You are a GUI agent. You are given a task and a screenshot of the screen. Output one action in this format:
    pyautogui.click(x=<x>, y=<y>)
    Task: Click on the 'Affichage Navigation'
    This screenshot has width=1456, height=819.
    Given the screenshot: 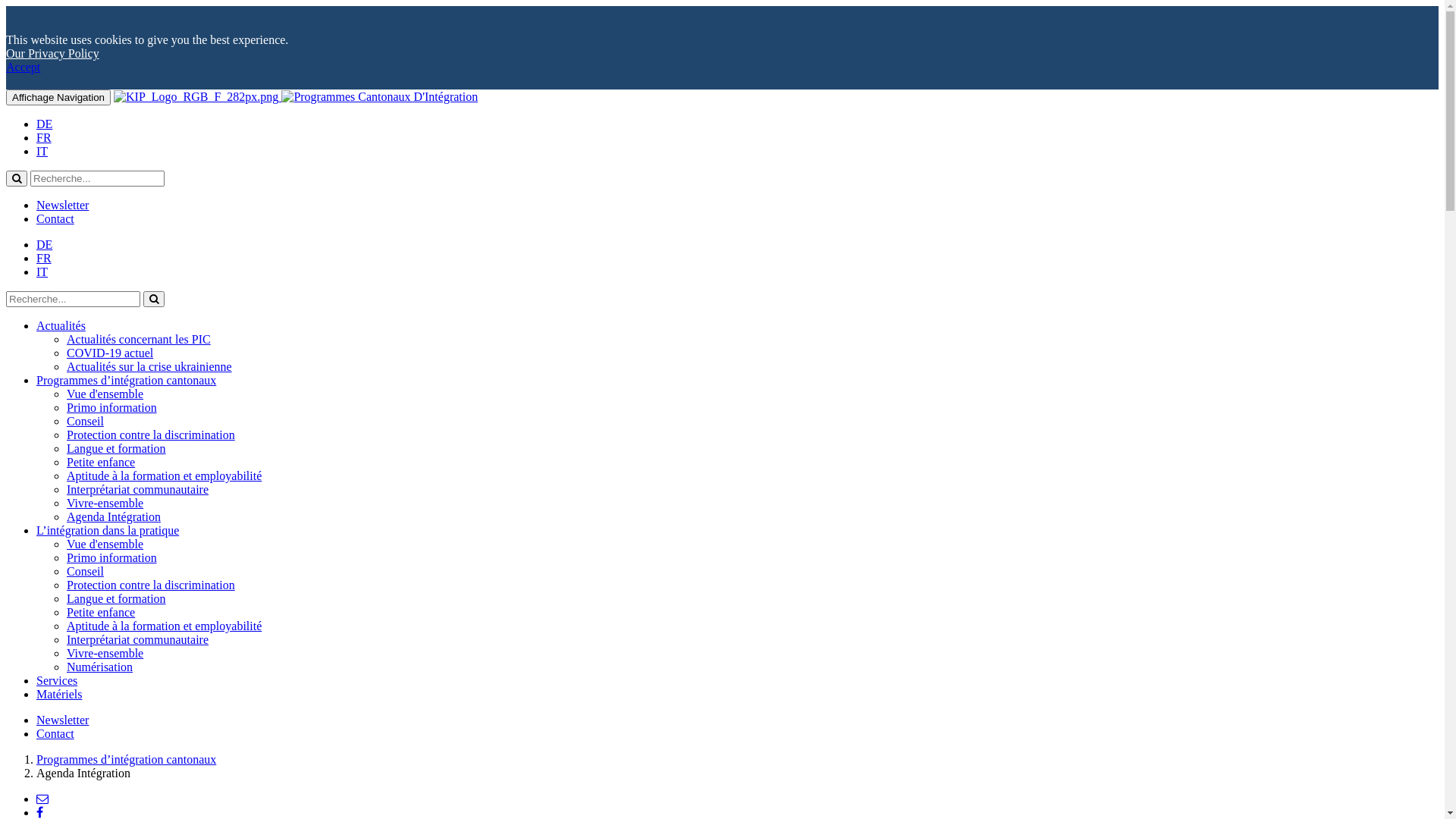 What is the action you would take?
    pyautogui.click(x=58, y=97)
    